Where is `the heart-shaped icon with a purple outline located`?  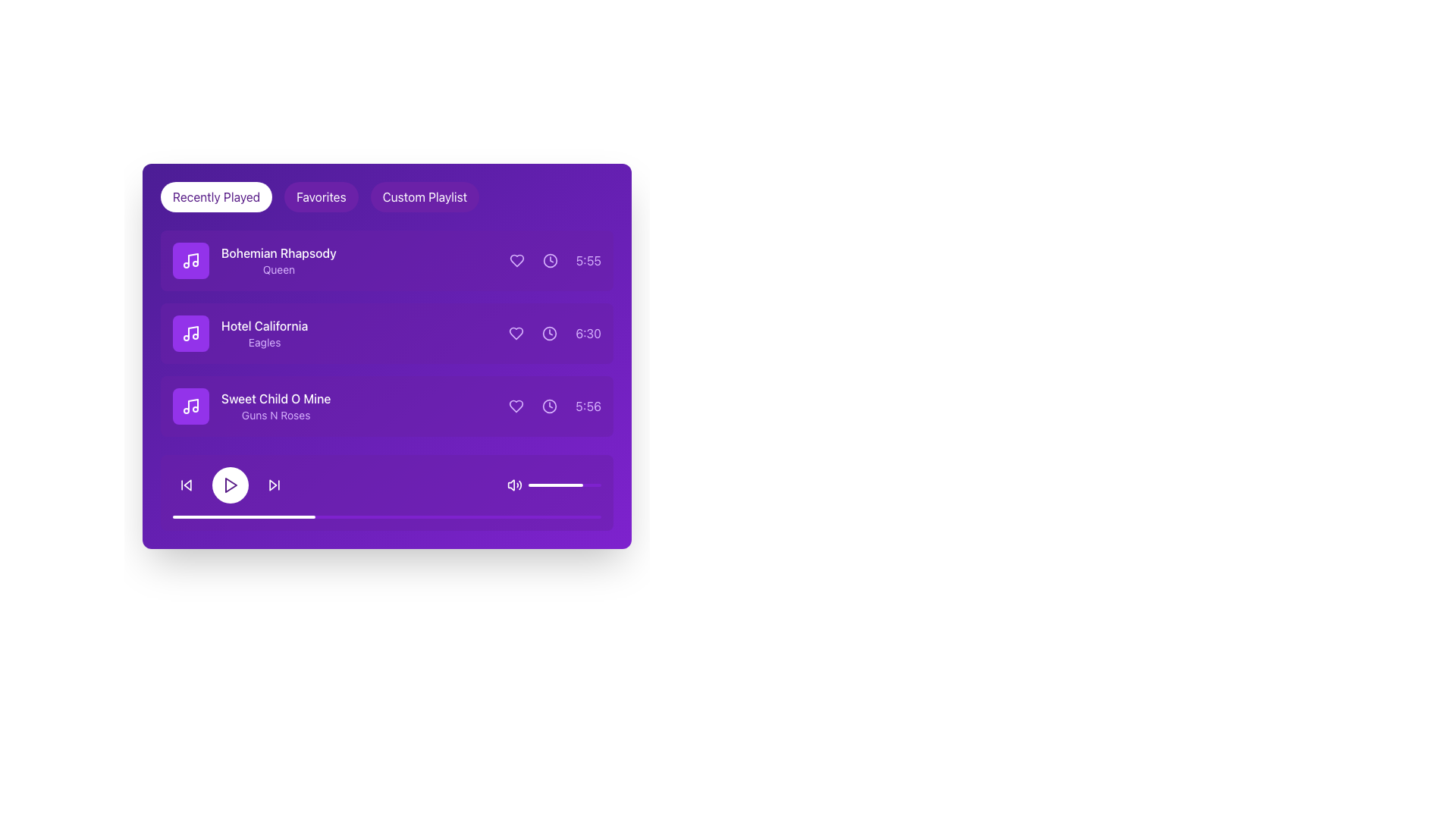
the heart-shaped icon with a purple outline located is located at coordinates (516, 332).